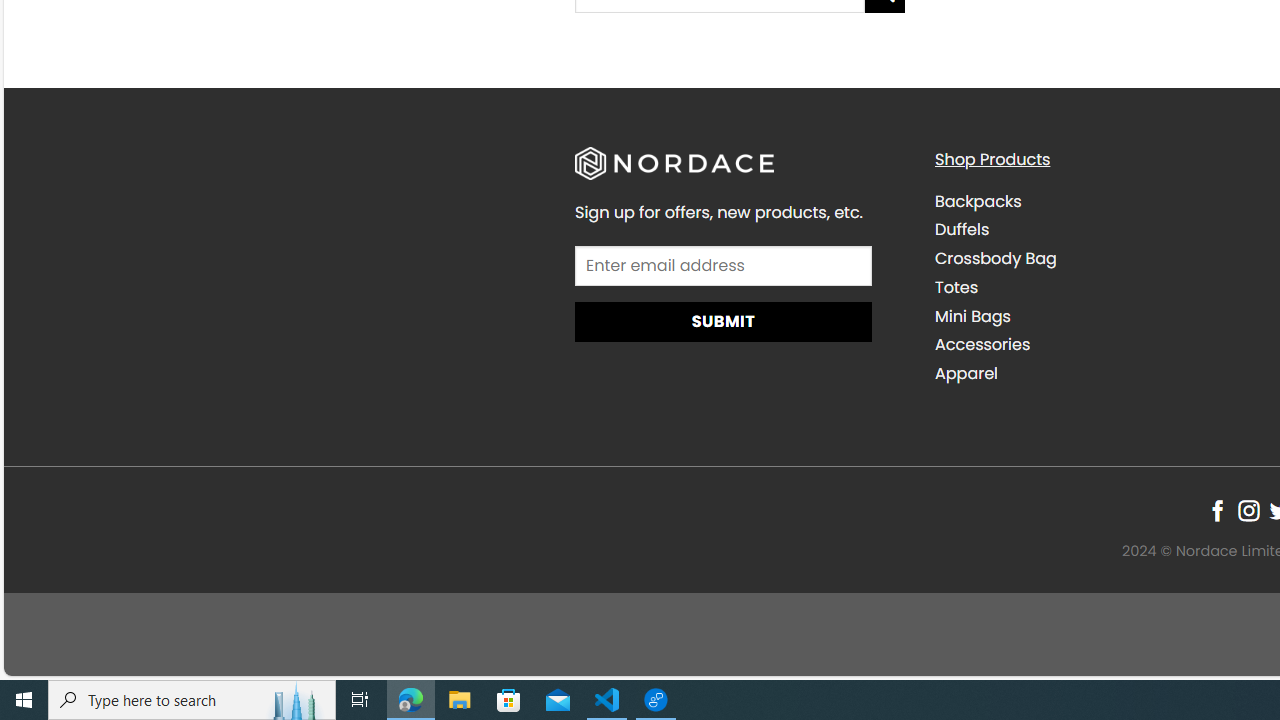 The width and height of the screenshot is (1280, 720). I want to click on 'Apparel', so click(966, 374).